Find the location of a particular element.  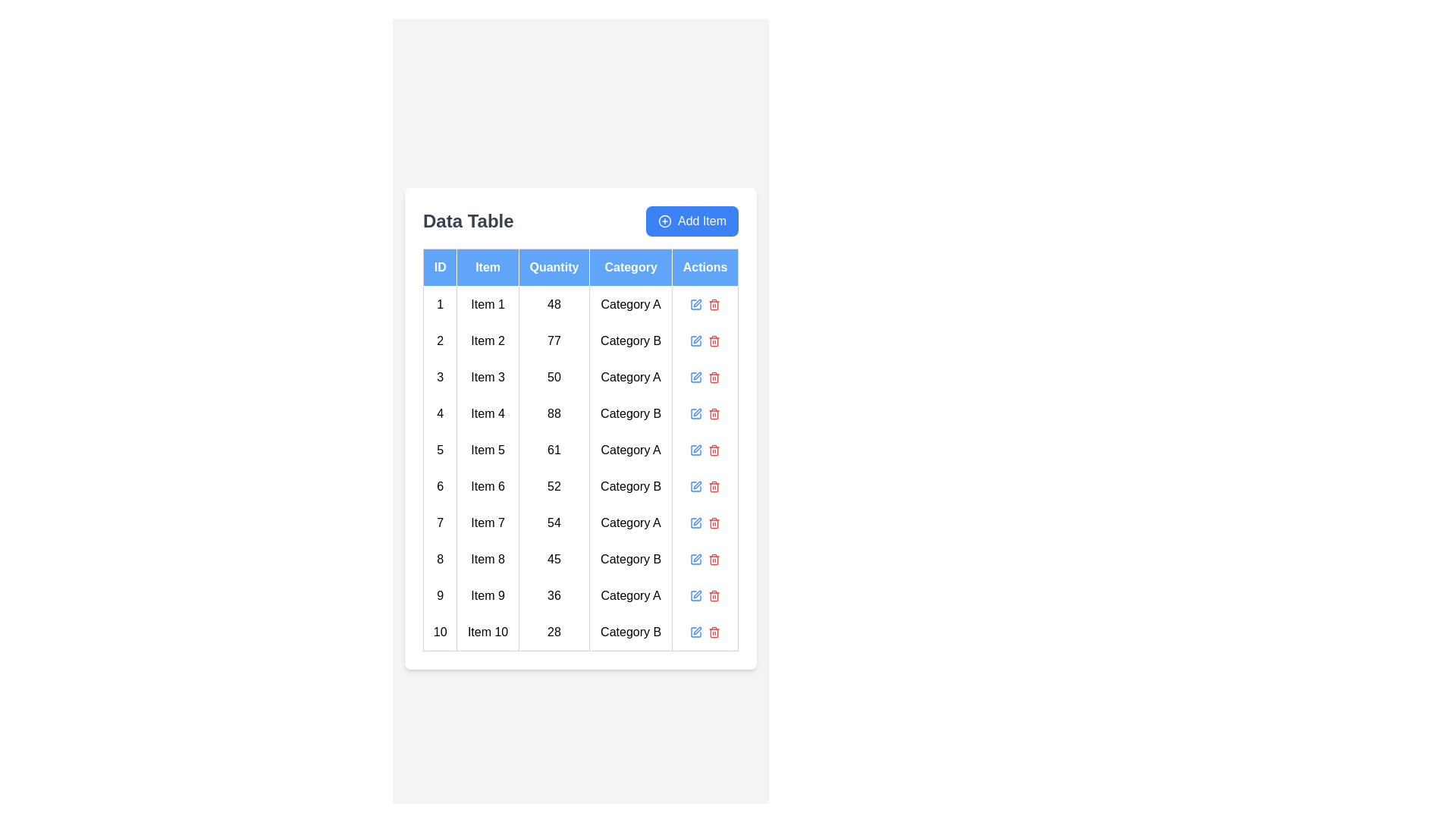

the blue pen icon button in the 'Actions' column of the table is located at coordinates (695, 449).